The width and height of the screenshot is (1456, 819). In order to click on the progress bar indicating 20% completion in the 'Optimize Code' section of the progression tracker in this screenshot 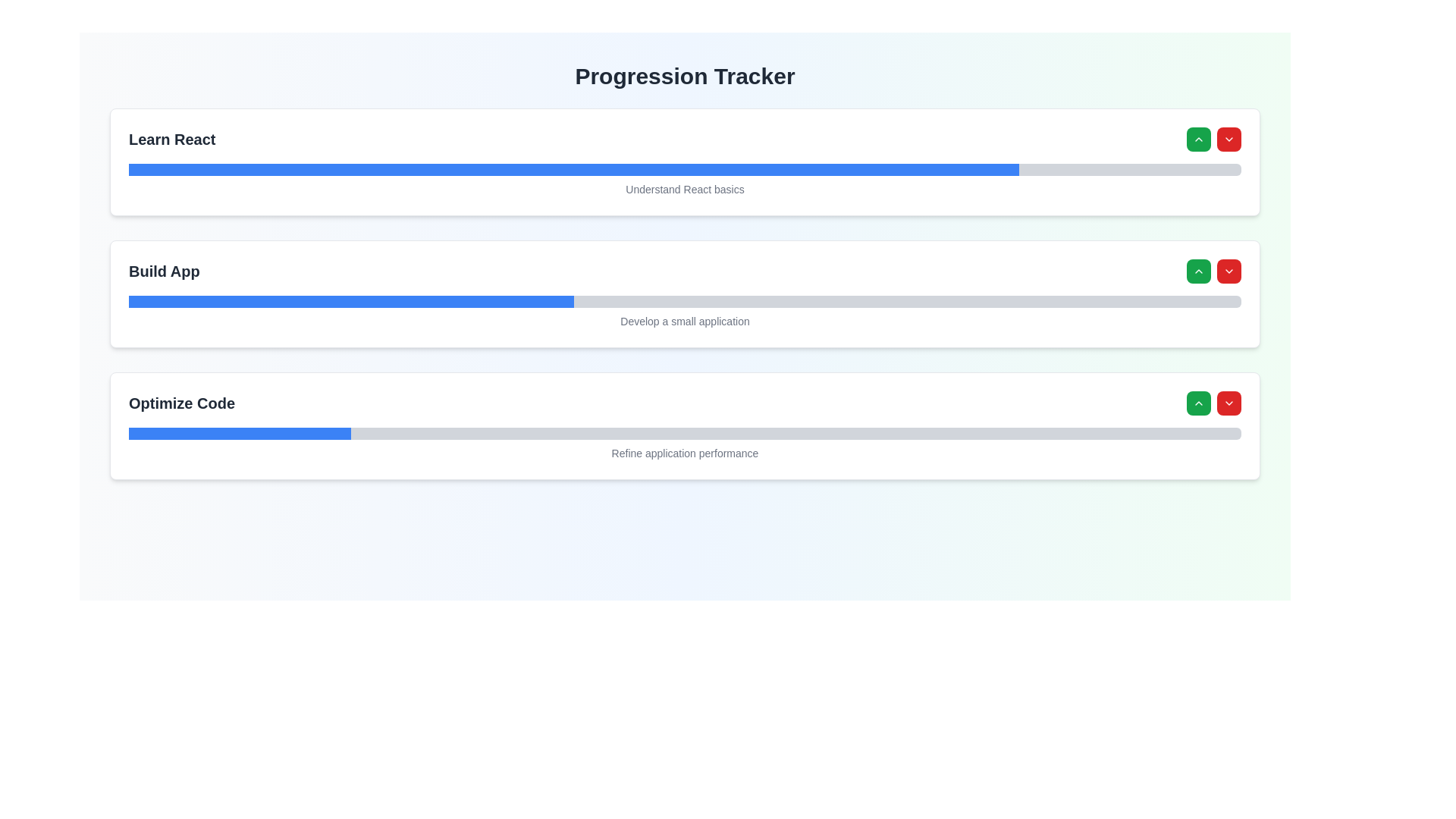, I will do `click(684, 433)`.